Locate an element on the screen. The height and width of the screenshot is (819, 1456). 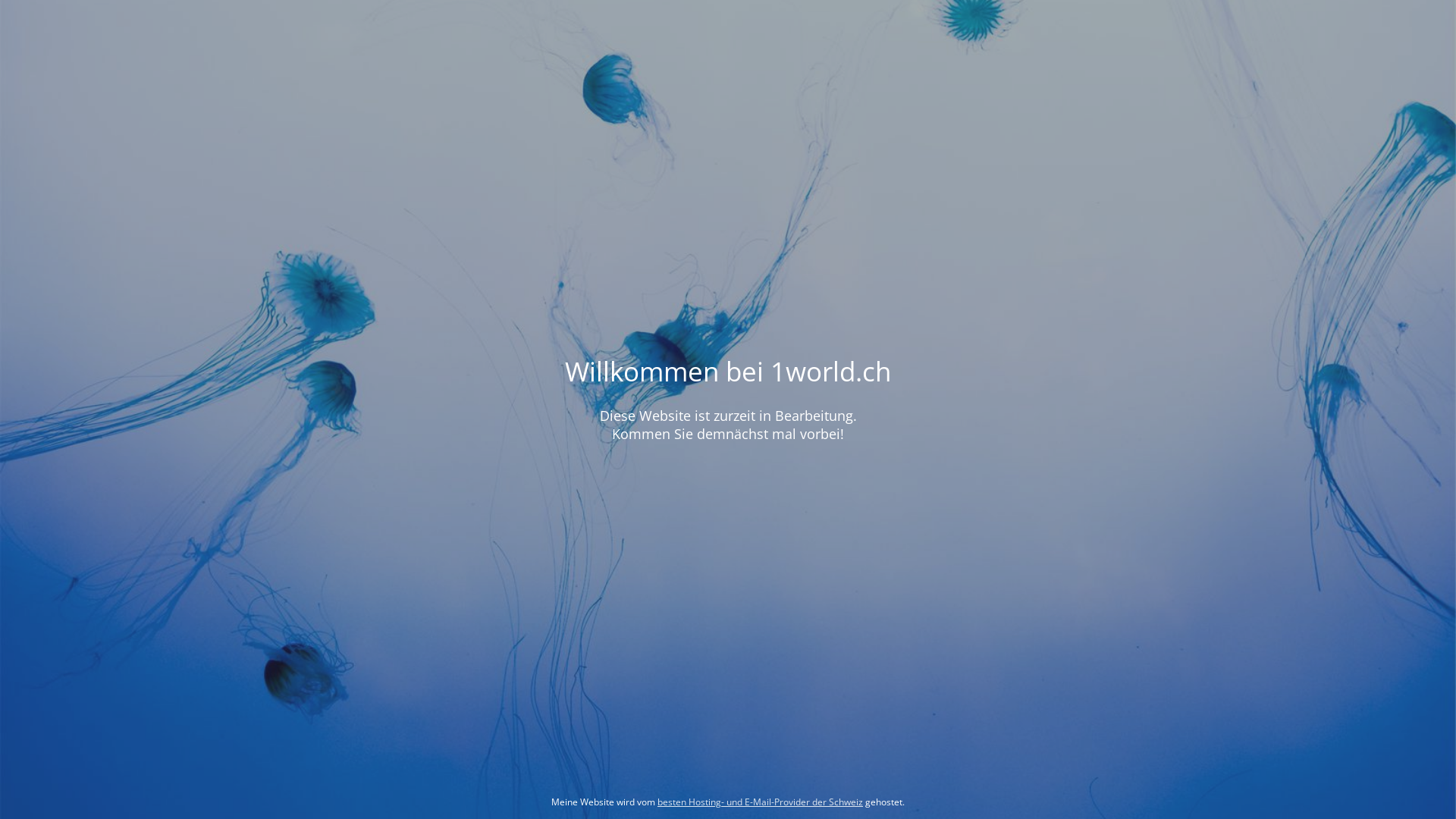
'besten Hosting- und E-Mail-Provider der Schweiz' is located at coordinates (760, 801).